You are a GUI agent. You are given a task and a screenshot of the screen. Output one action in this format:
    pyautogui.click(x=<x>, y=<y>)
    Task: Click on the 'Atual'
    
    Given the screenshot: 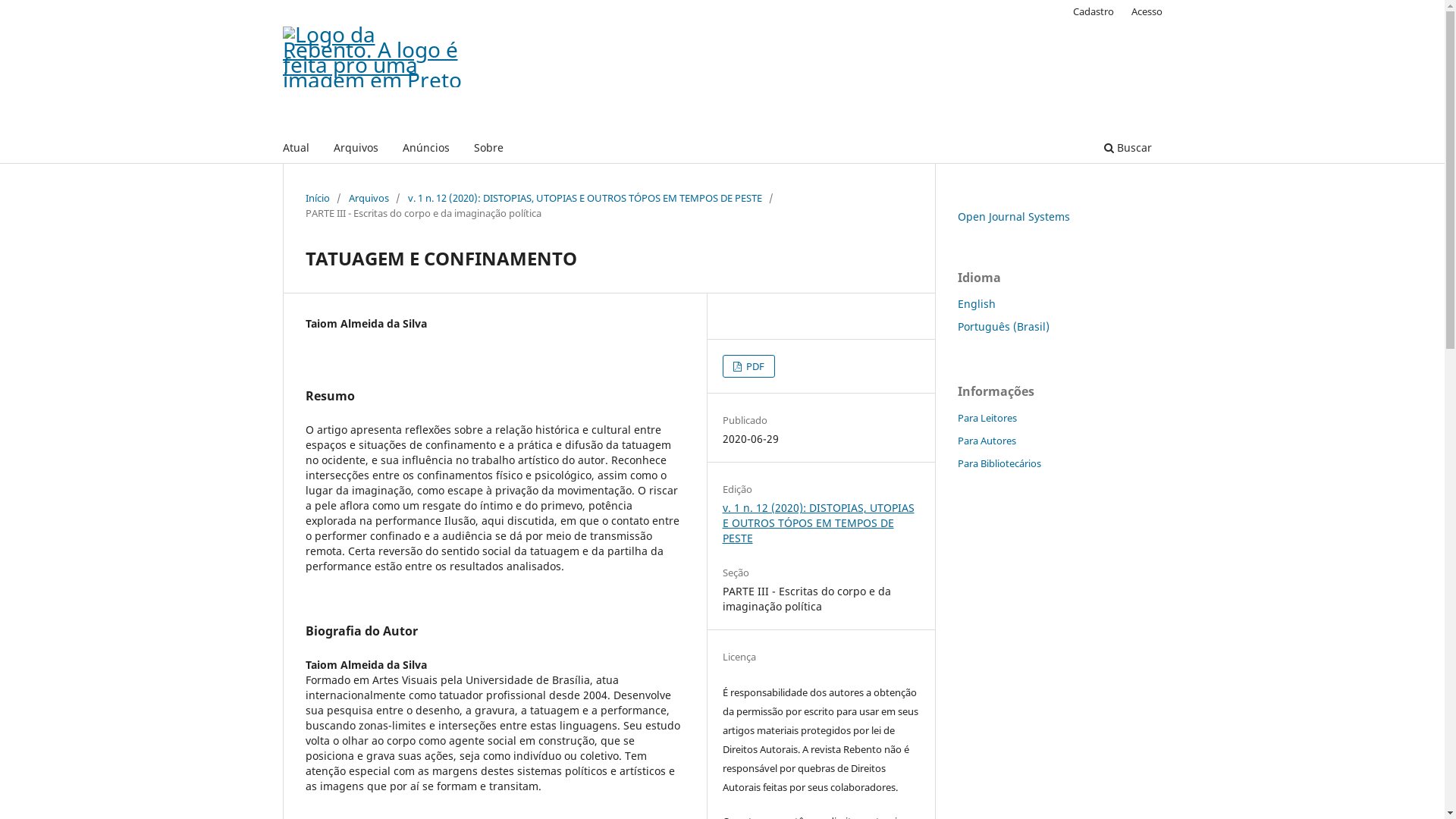 What is the action you would take?
    pyautogui.click(x=296, y=149)
    